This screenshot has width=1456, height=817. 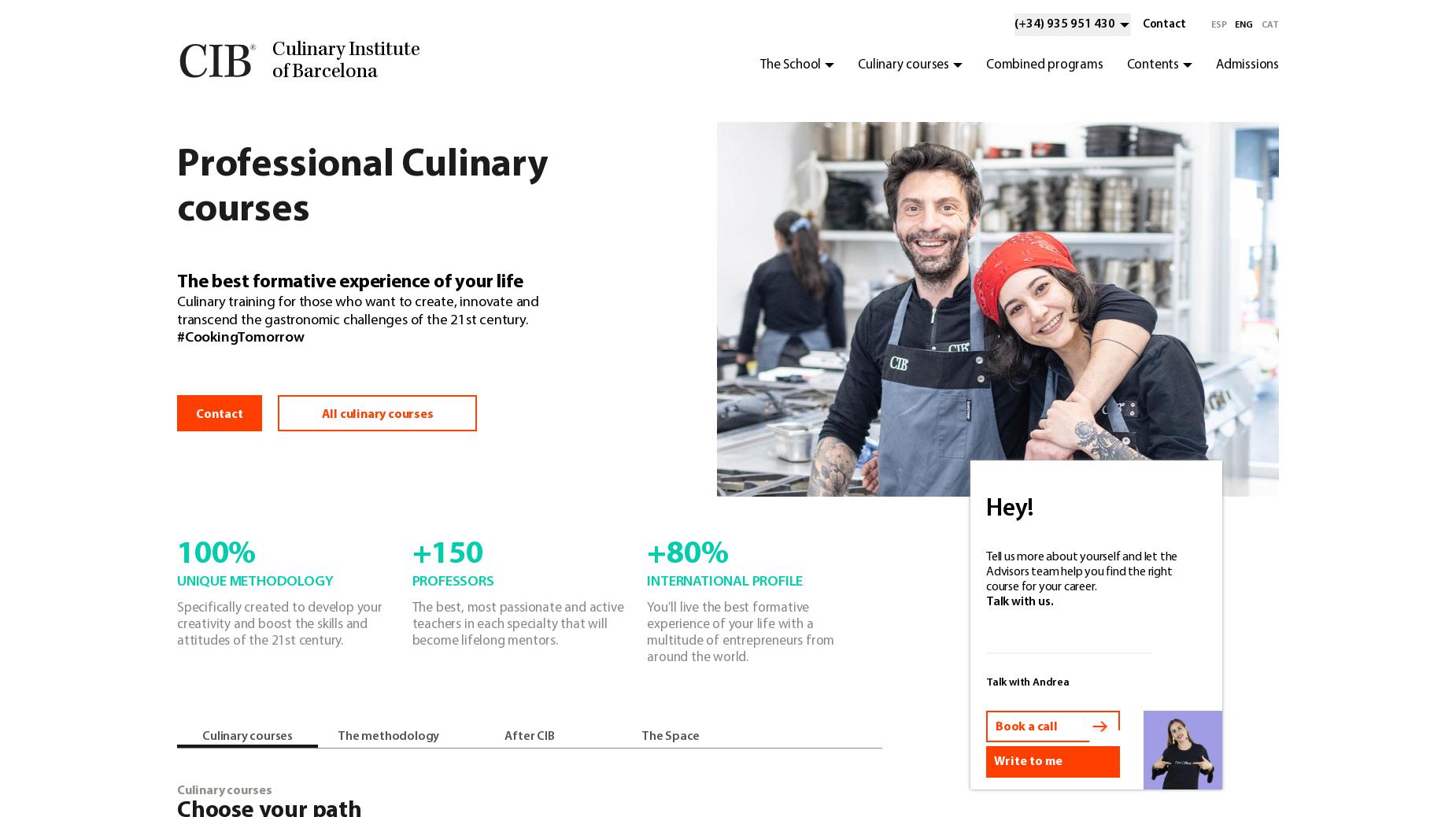 What do you see at coordinates (517, 624) in the screenshot?
I see `'The best, most passionate and active teachers in each specialty that will become lifelong mentors.'` at bounding box center [517, 624].